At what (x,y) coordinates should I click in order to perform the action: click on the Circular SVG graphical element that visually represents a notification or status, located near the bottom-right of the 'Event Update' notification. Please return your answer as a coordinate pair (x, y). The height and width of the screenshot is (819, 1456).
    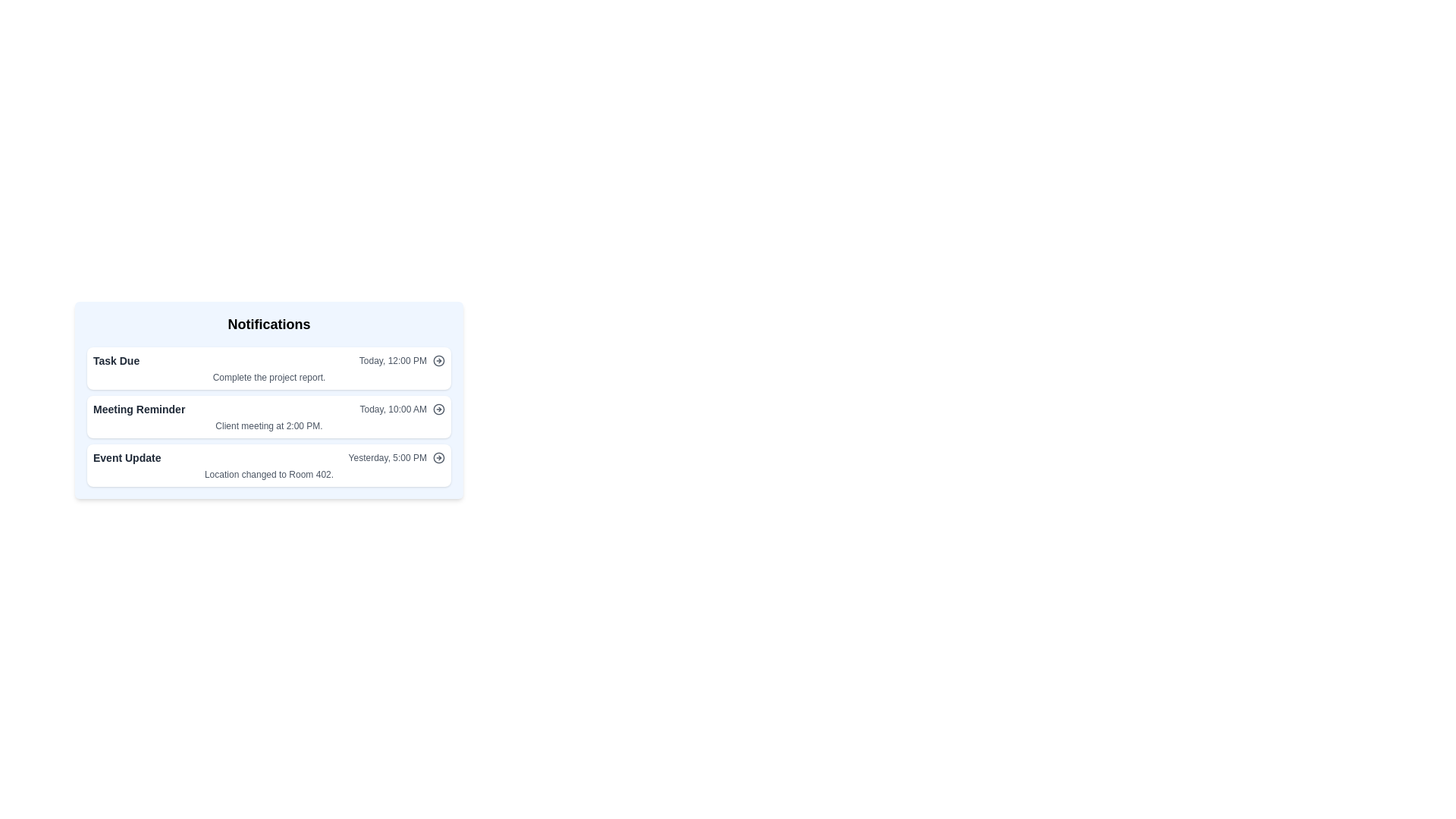
    Looking at the image, I should click on (438, 457).